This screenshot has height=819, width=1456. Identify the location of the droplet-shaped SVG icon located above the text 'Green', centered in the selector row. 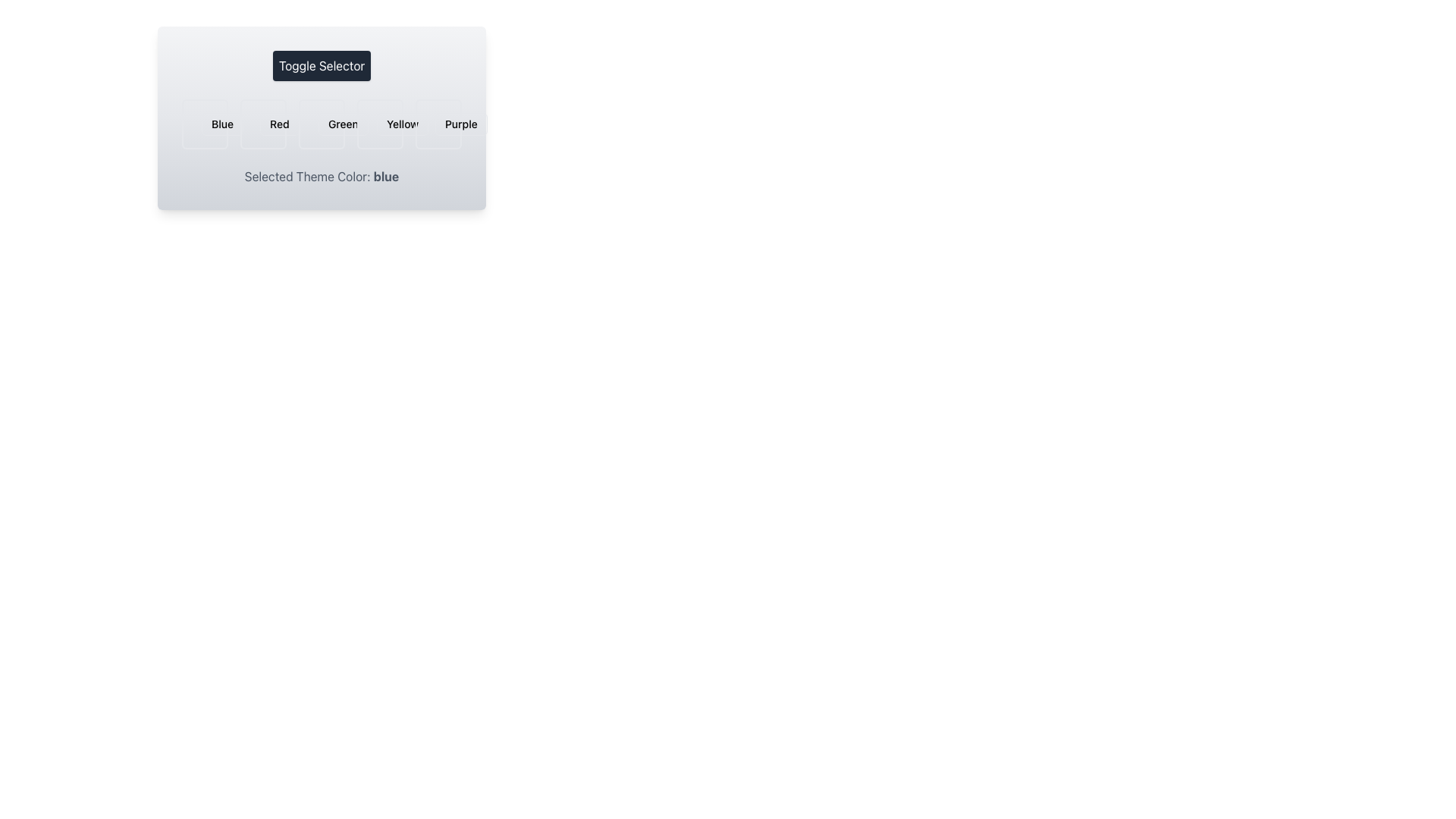
(320, 124).